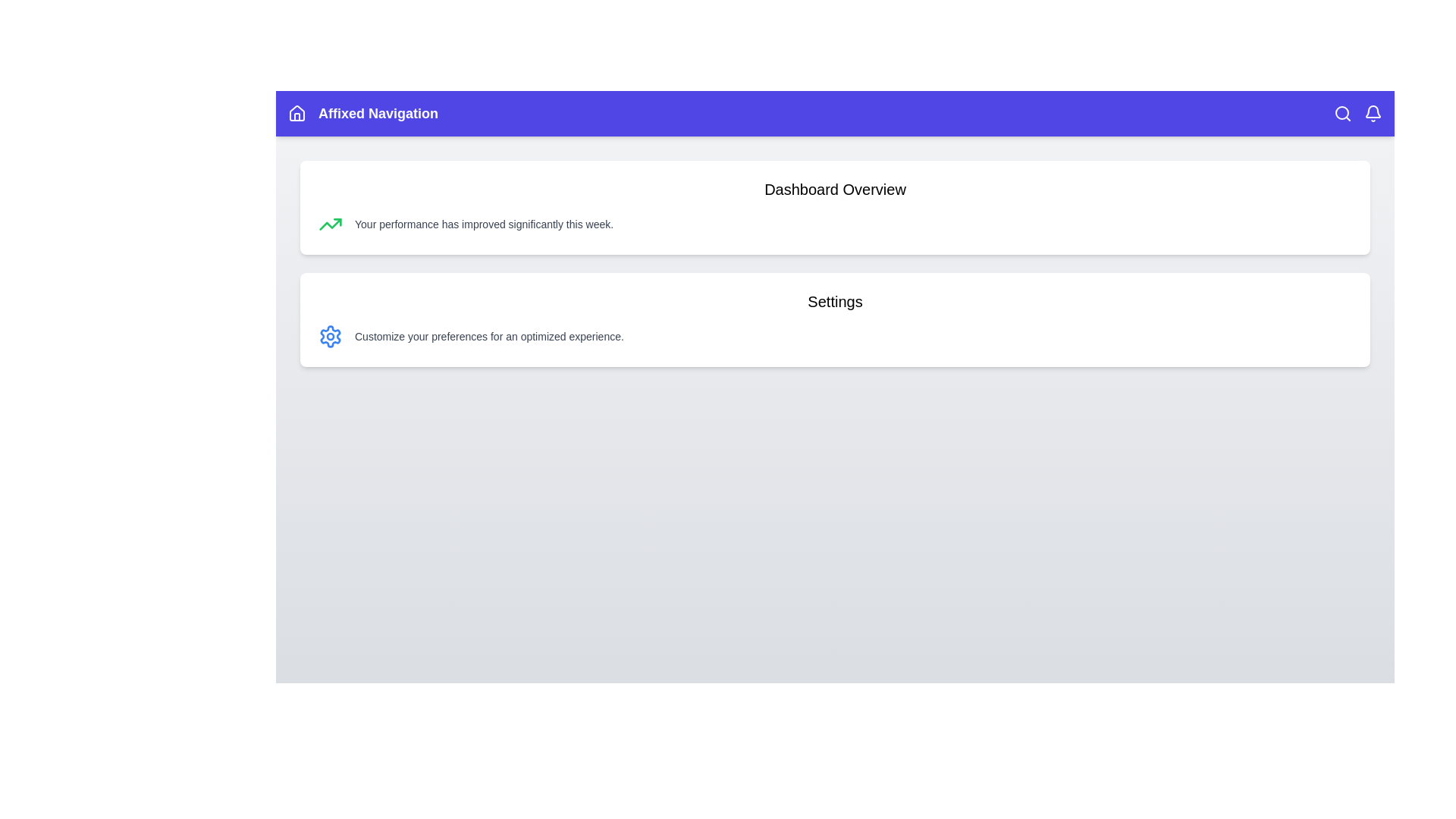 The width and height of the screenshot is (1456, 819). I want to click on the magnifying glass icon button in the top-right corner of the interface to change its color to gray, so click(1343, 113).